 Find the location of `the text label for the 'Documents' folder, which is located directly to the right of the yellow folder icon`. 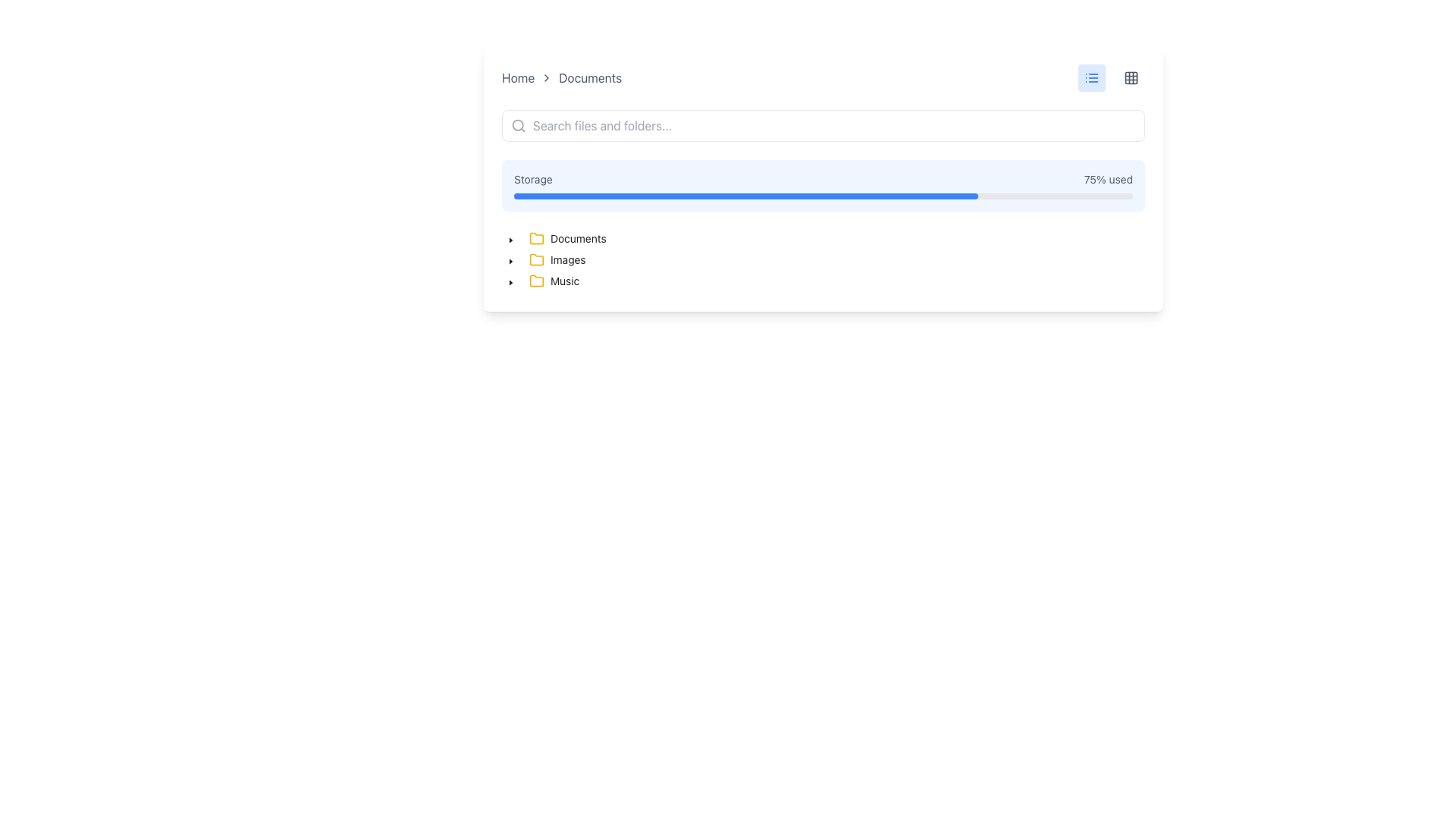

the text label for the 'Documents' folder, which is located directly to the right of the yellow folder icon is located at coordinates (577, 239).